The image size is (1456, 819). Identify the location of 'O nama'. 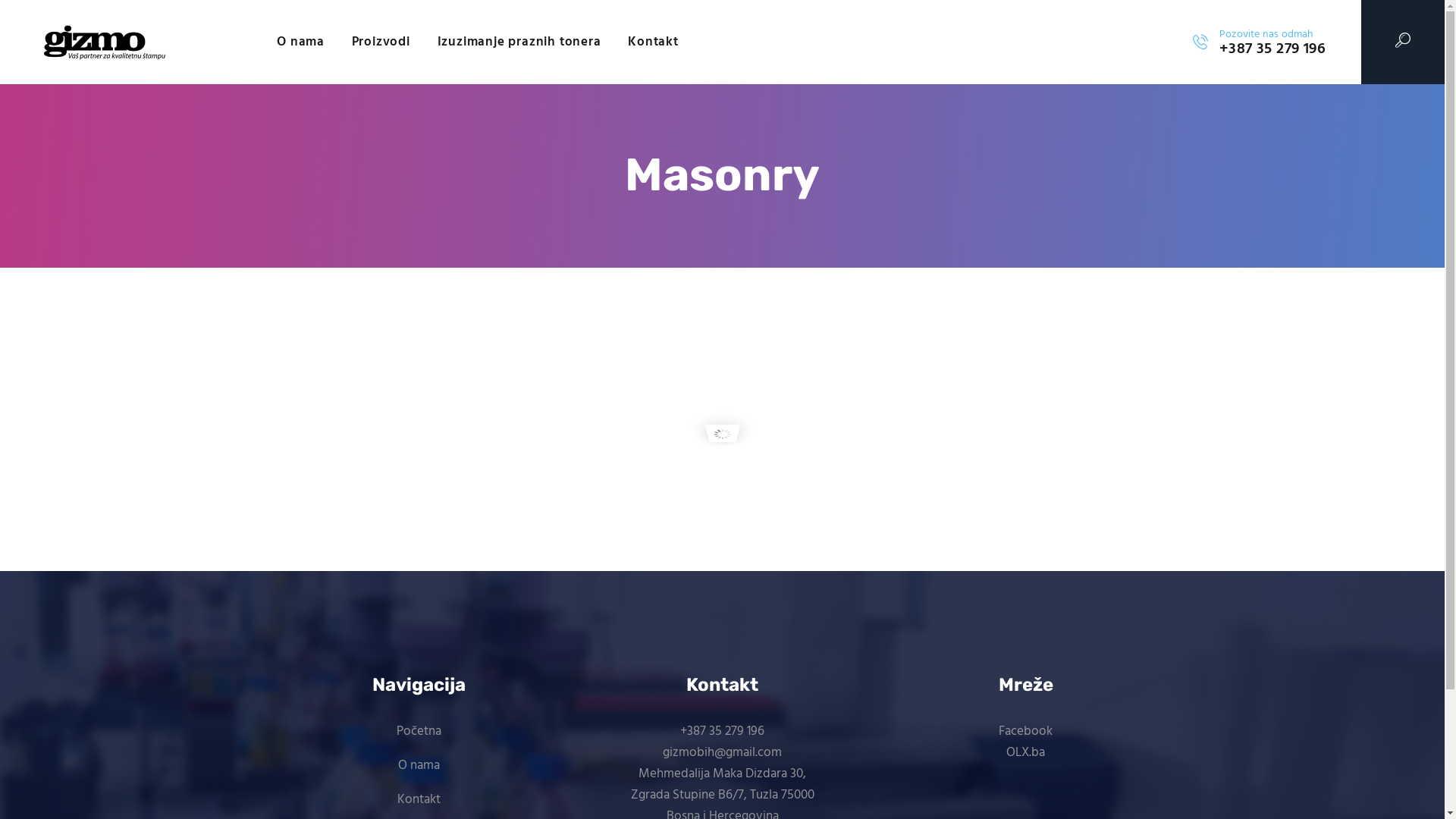
(300, 42).